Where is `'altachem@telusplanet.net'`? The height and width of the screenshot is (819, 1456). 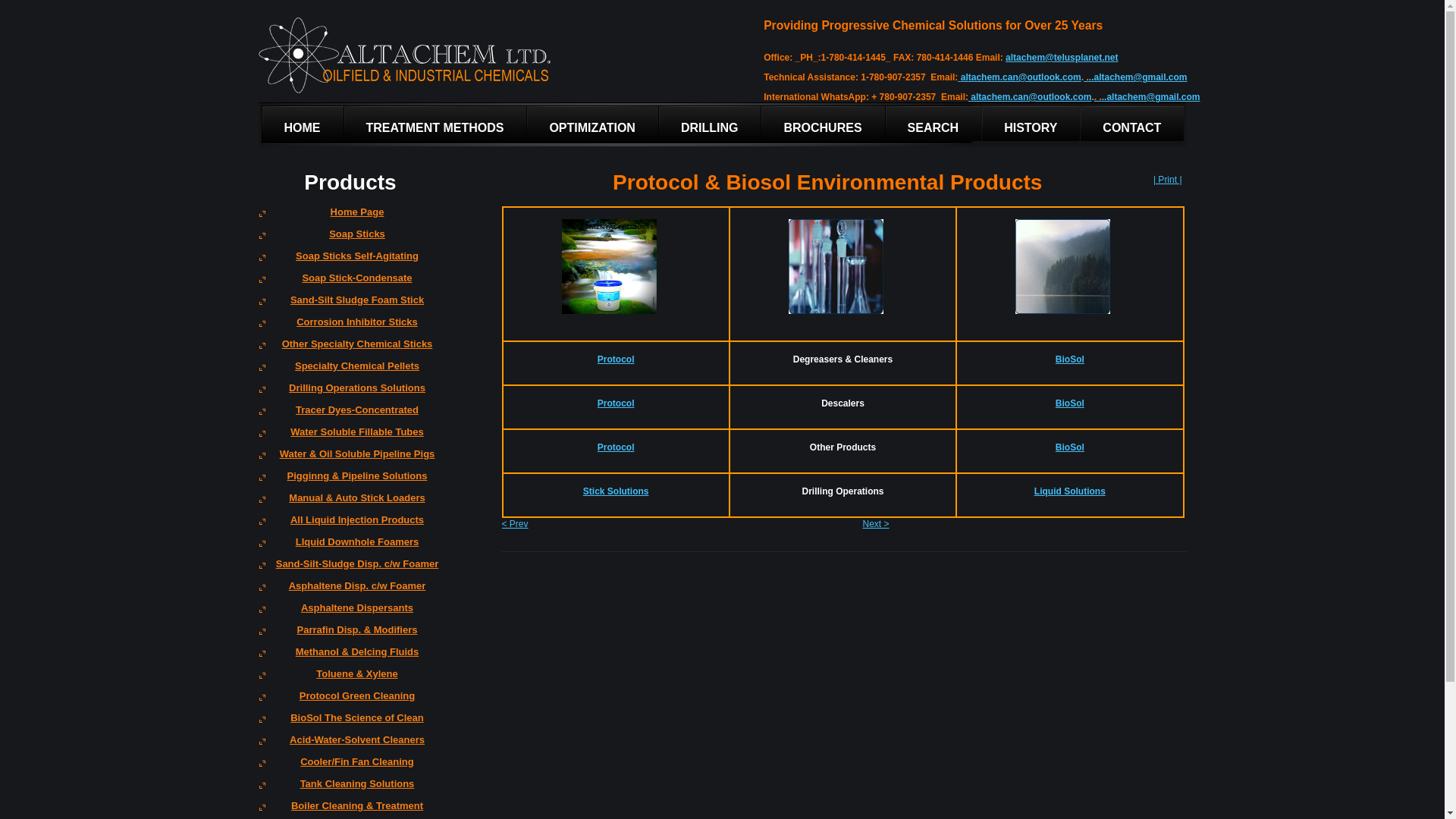 'altachem@telusplanet.net' is located at coordinates (1005, 57).